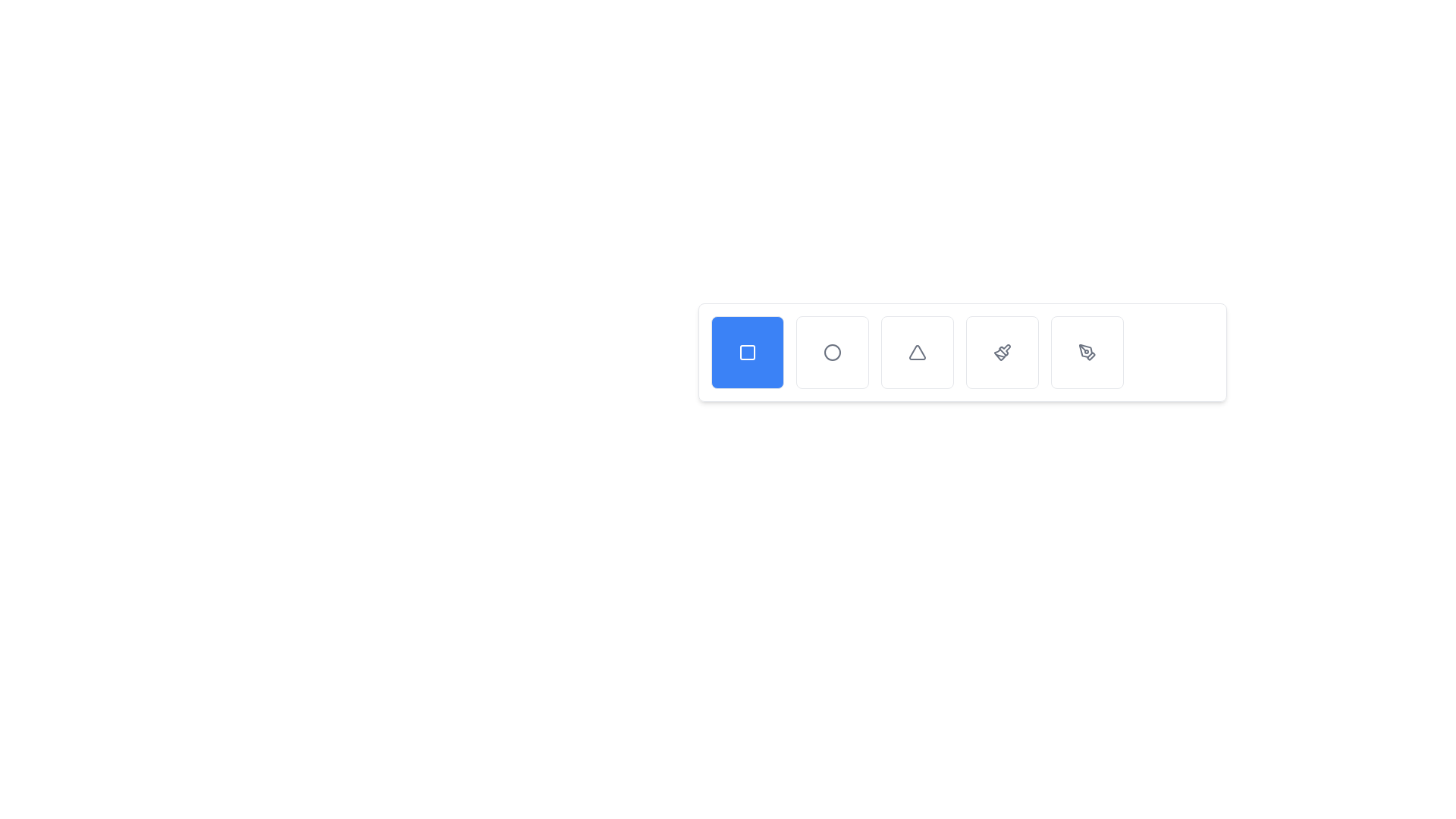 The width and height of the screenshot is (1456, 819). Describe the element at coordinates (747, 353) in the screenshot. I see `the square icon with a black outline, which is embedded within the first blue button of a horizontally arranged group of buttons` at that location.